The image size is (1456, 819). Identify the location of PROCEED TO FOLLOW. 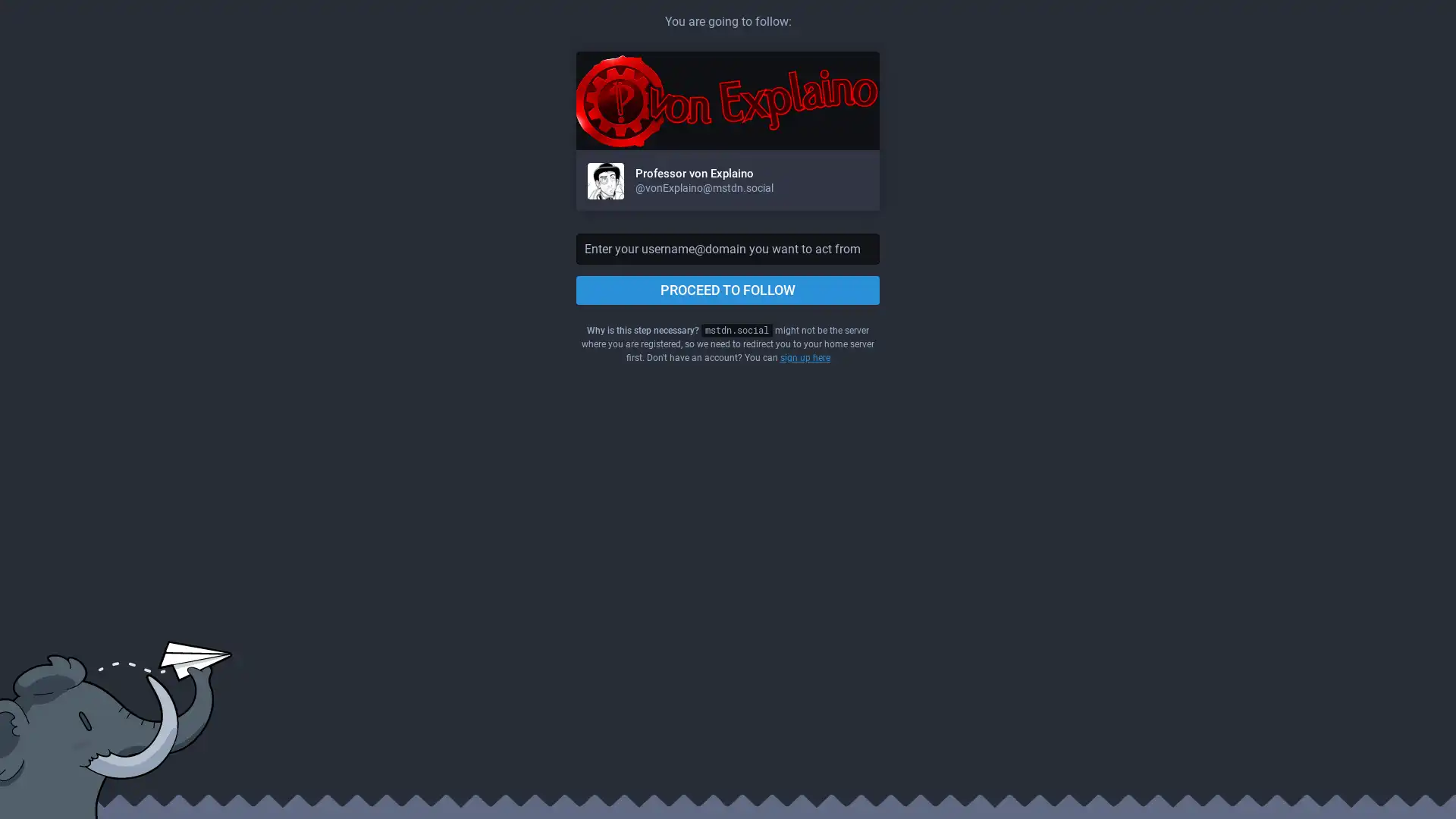
(728, 290).